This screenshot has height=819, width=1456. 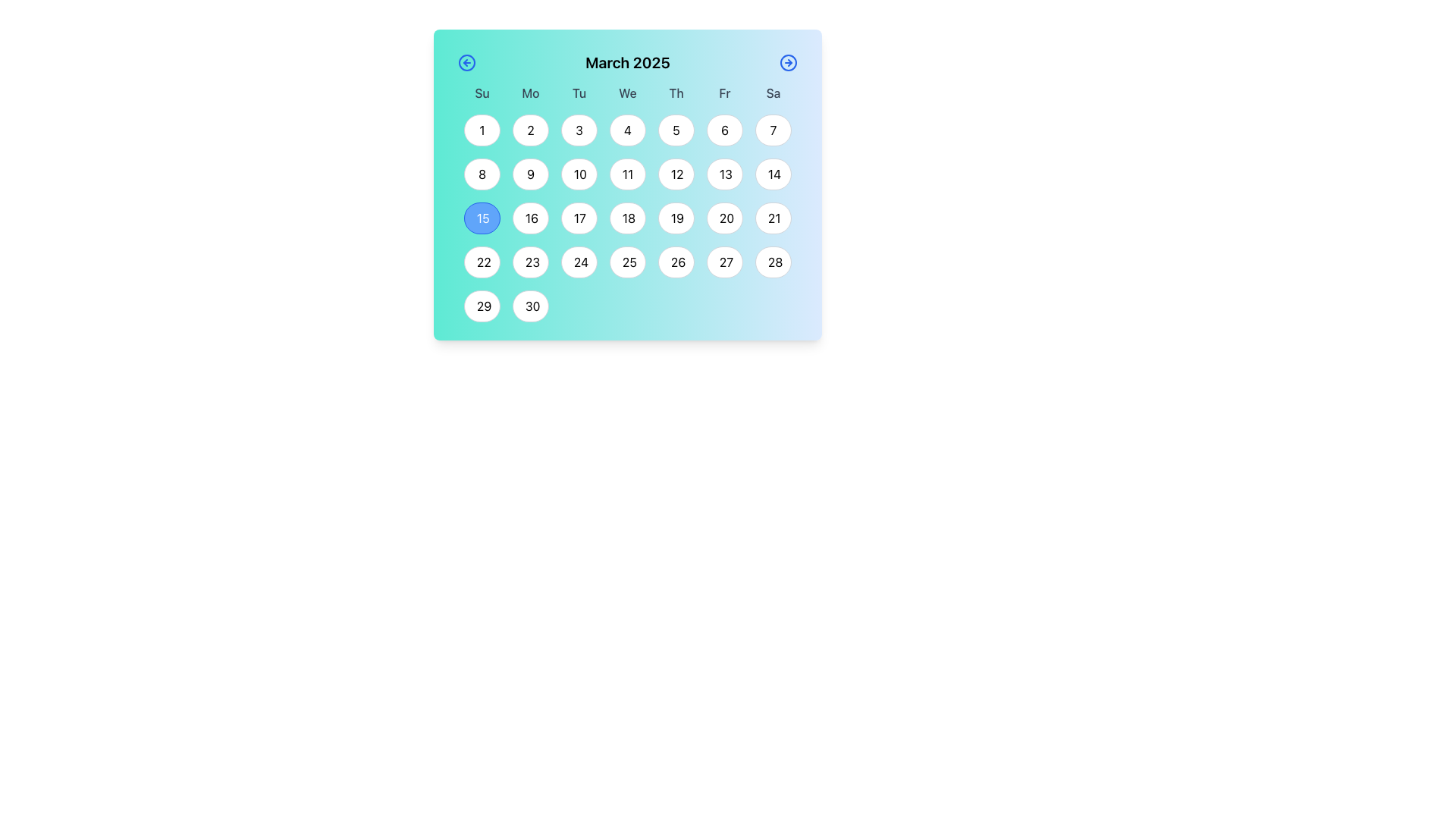 I want to click on the SVG circle element that is part of the back navigation button located at the top-left corner of the calendar interface, adjacent to the month and year display ('March 2025'), so click(x=466, y=62).